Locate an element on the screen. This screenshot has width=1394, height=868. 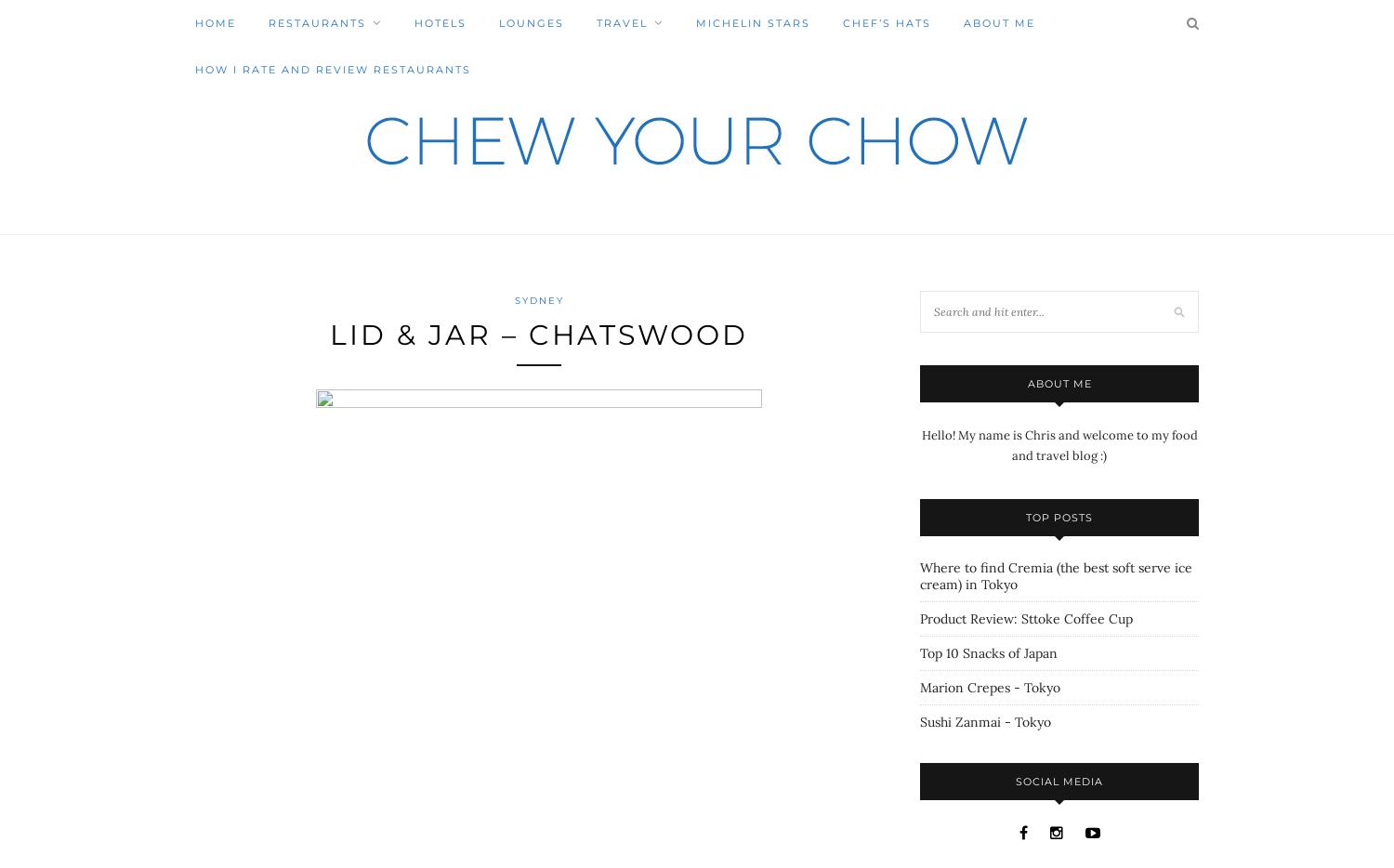
'Social Media' is located at coordinates (1059, 781).